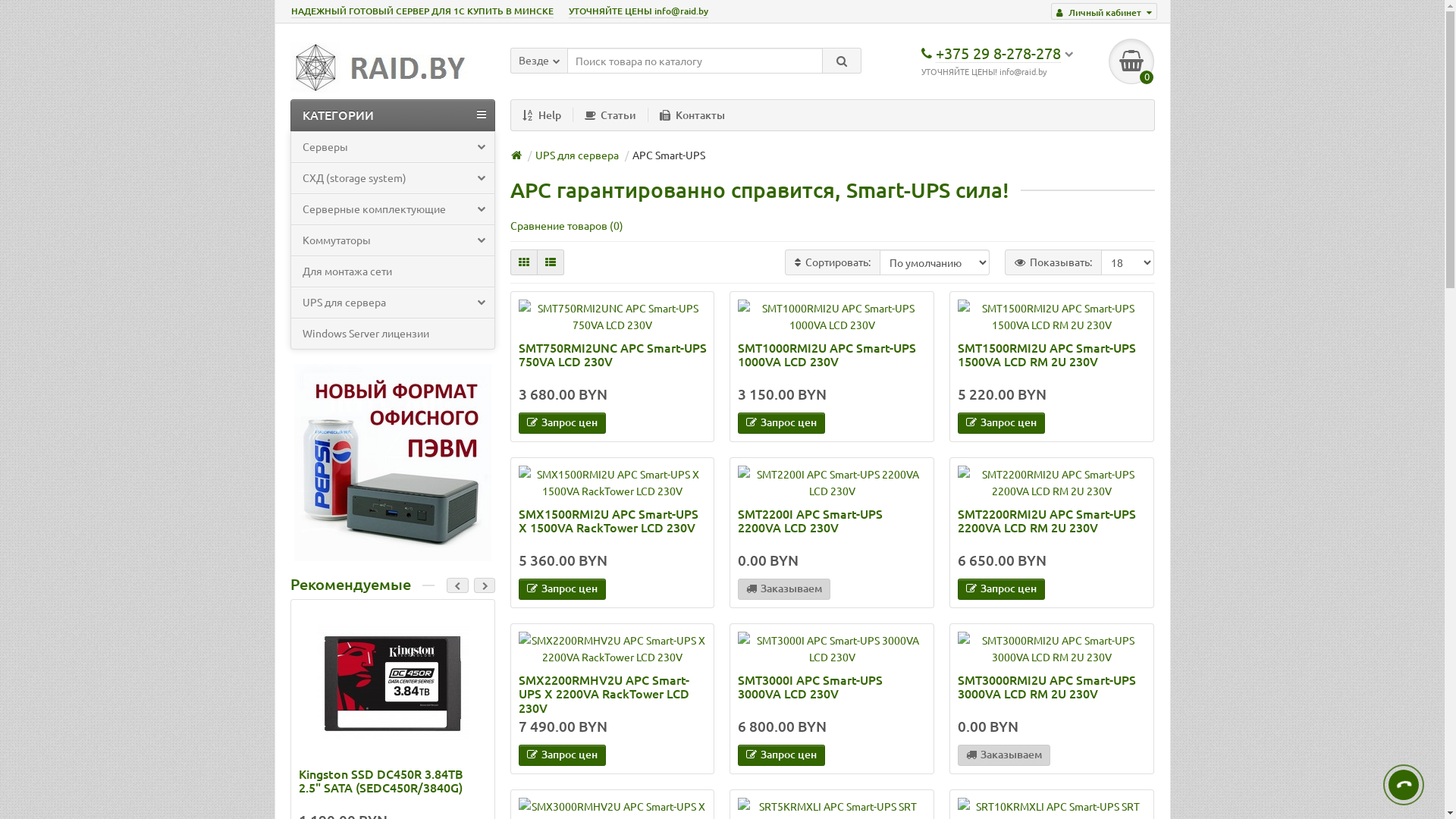  What do you see at coordinates (393, 786) in the screenshot?
I see `'Kingston SSD DC450R 3.84TB 2.5" SATA (SEDC450R/3840G)'` at bounding box center [393, 786].